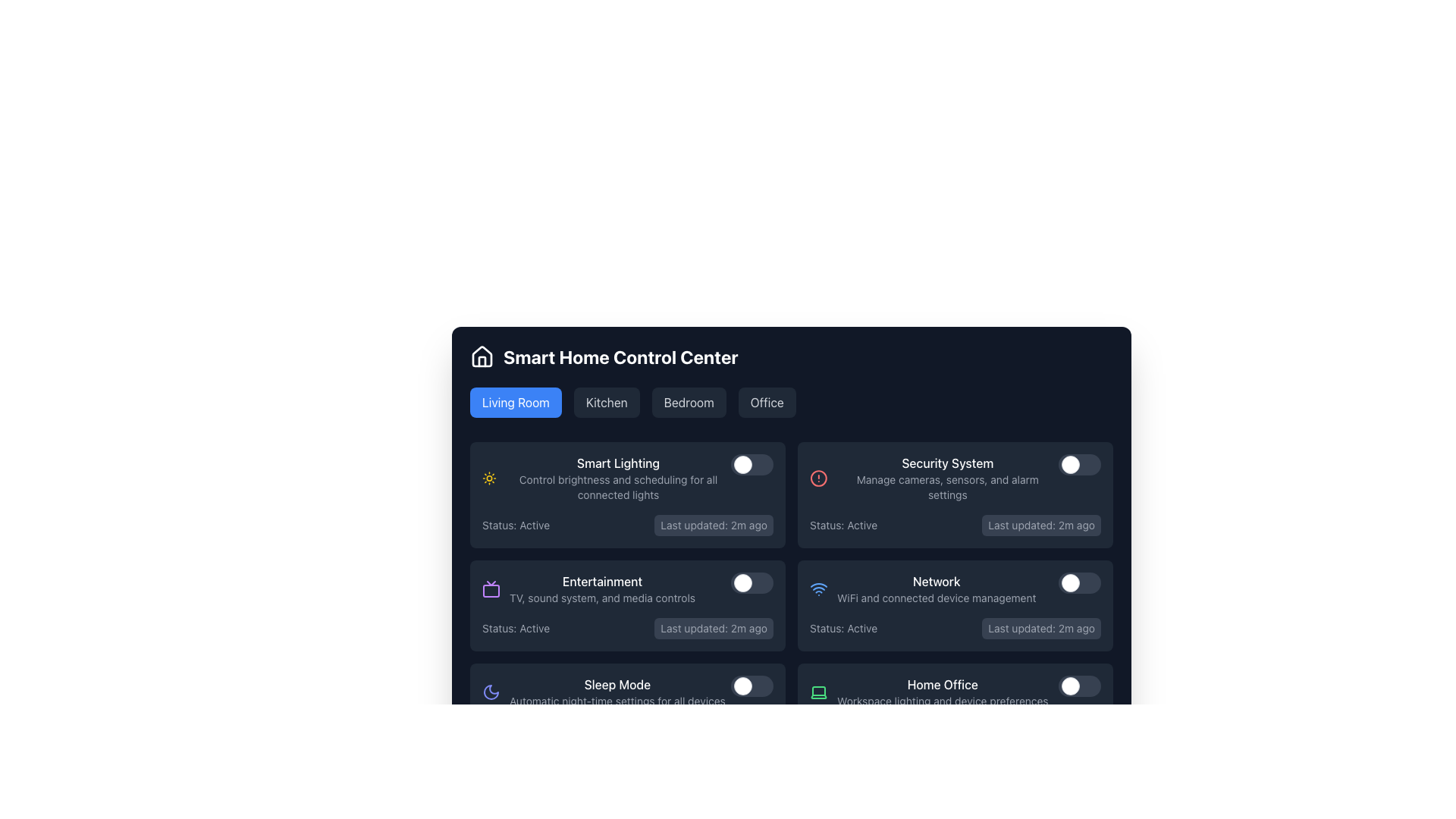 This screenshot has width=1456, height=819. Describe the element at coordinates (628, 708) in the screenshot. I see `the 'Sleep Mode' card located in the bottom-left position of the grid layout` at that location.